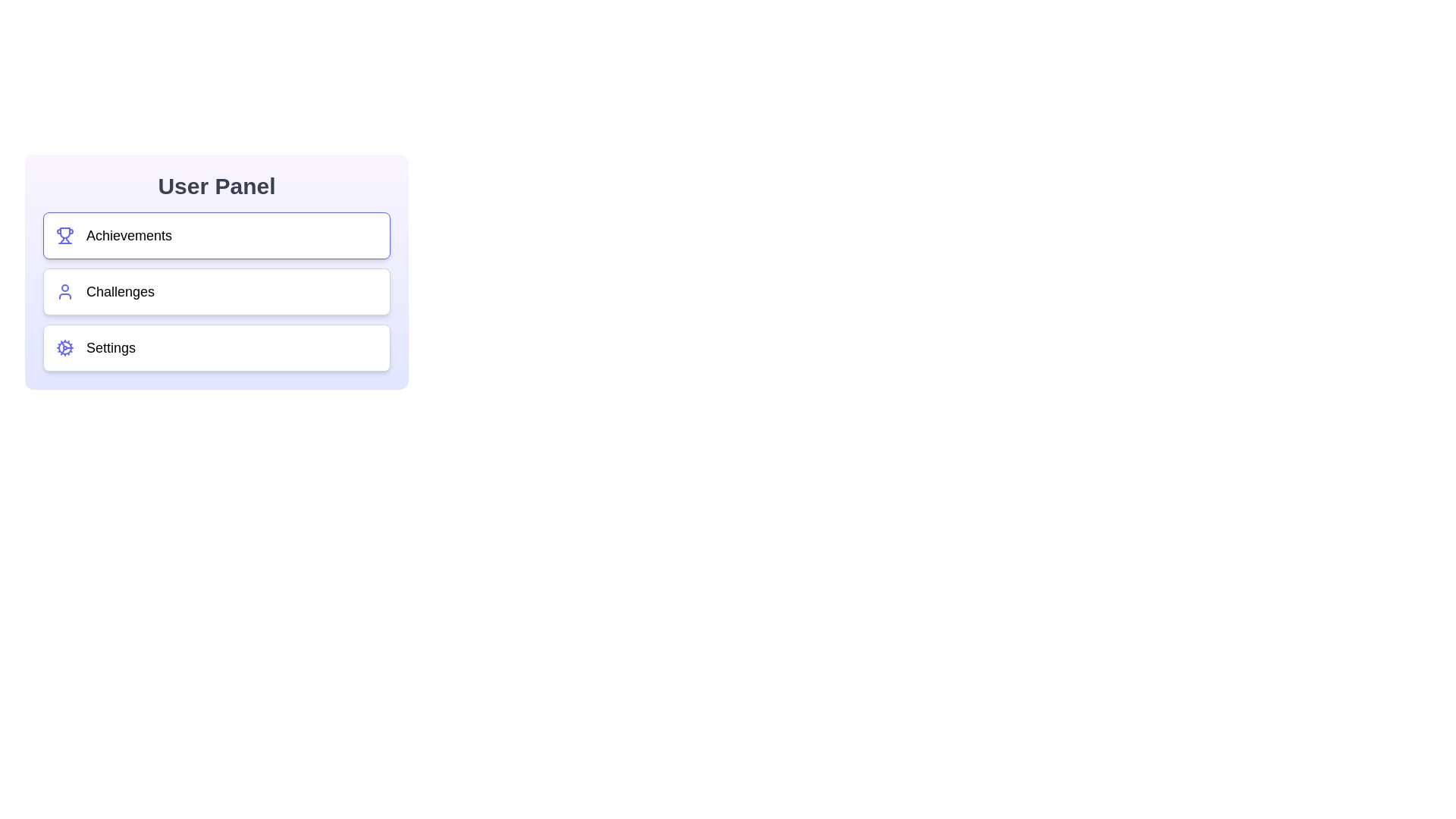 The height and width of the screenshot is (819, 1456). Describe the element at coordinates (64, 236) in the screenshot. I see `the section icon corresponding to Achievements to inspect it` at that location.